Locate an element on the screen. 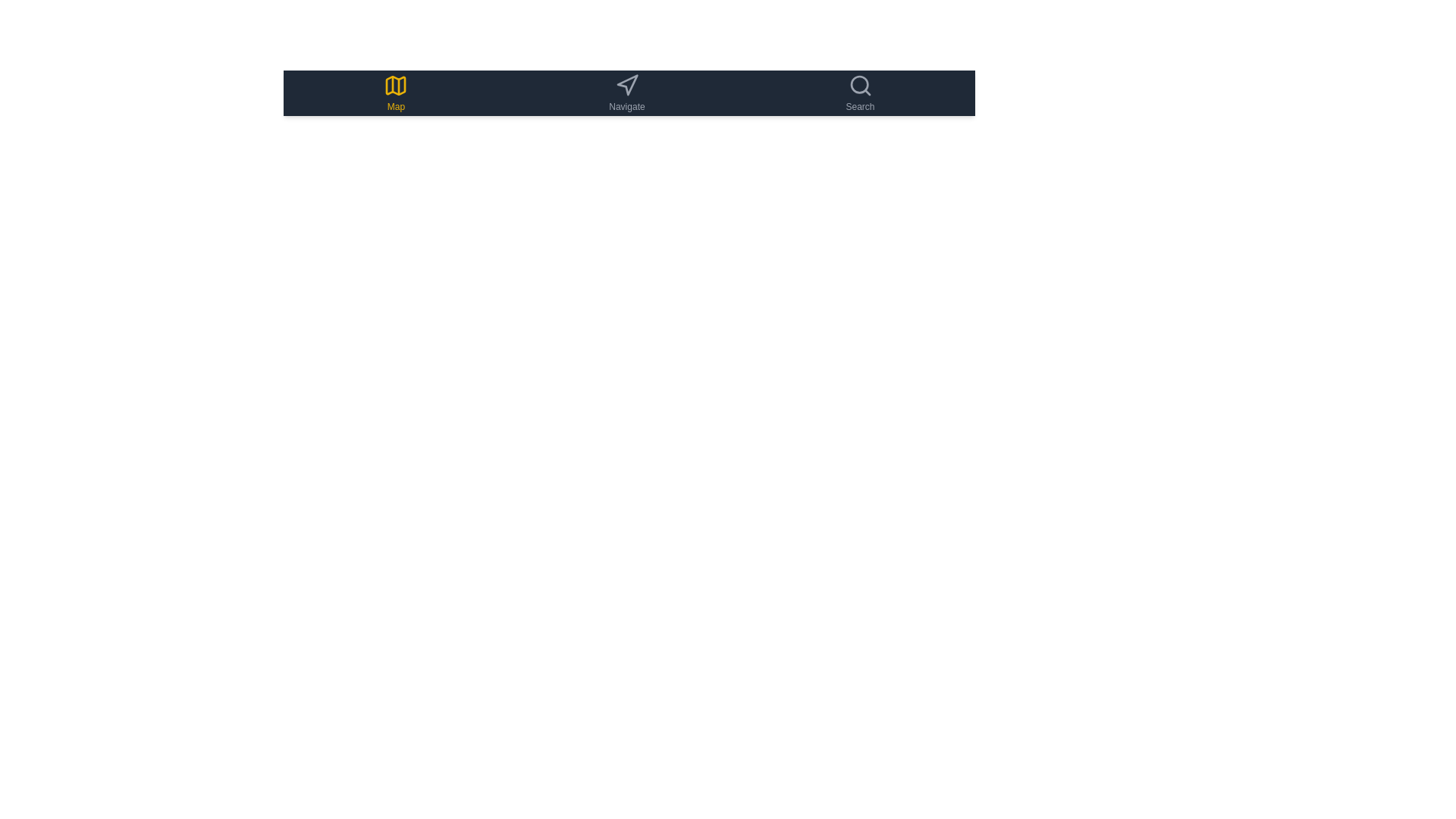  the folded map icon with a yellow outline located in the horizontal navigation bar is located at coordinates (396, 85).